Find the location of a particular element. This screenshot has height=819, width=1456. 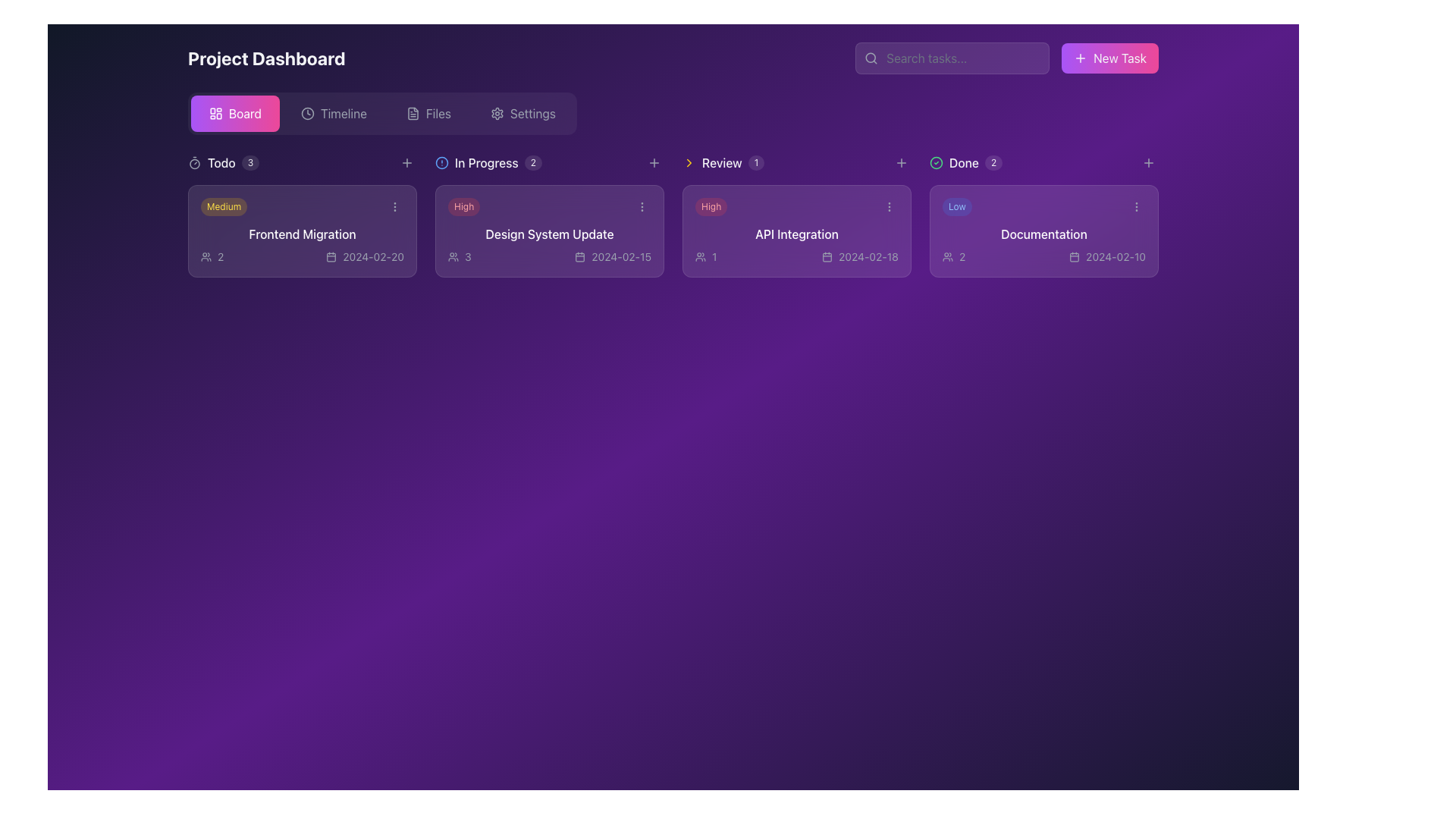

date displayed in the Label with a calendar icon that shows '2024-02-10' located in the Documentation card on the kanban board is located at coordinates (1107, 256).